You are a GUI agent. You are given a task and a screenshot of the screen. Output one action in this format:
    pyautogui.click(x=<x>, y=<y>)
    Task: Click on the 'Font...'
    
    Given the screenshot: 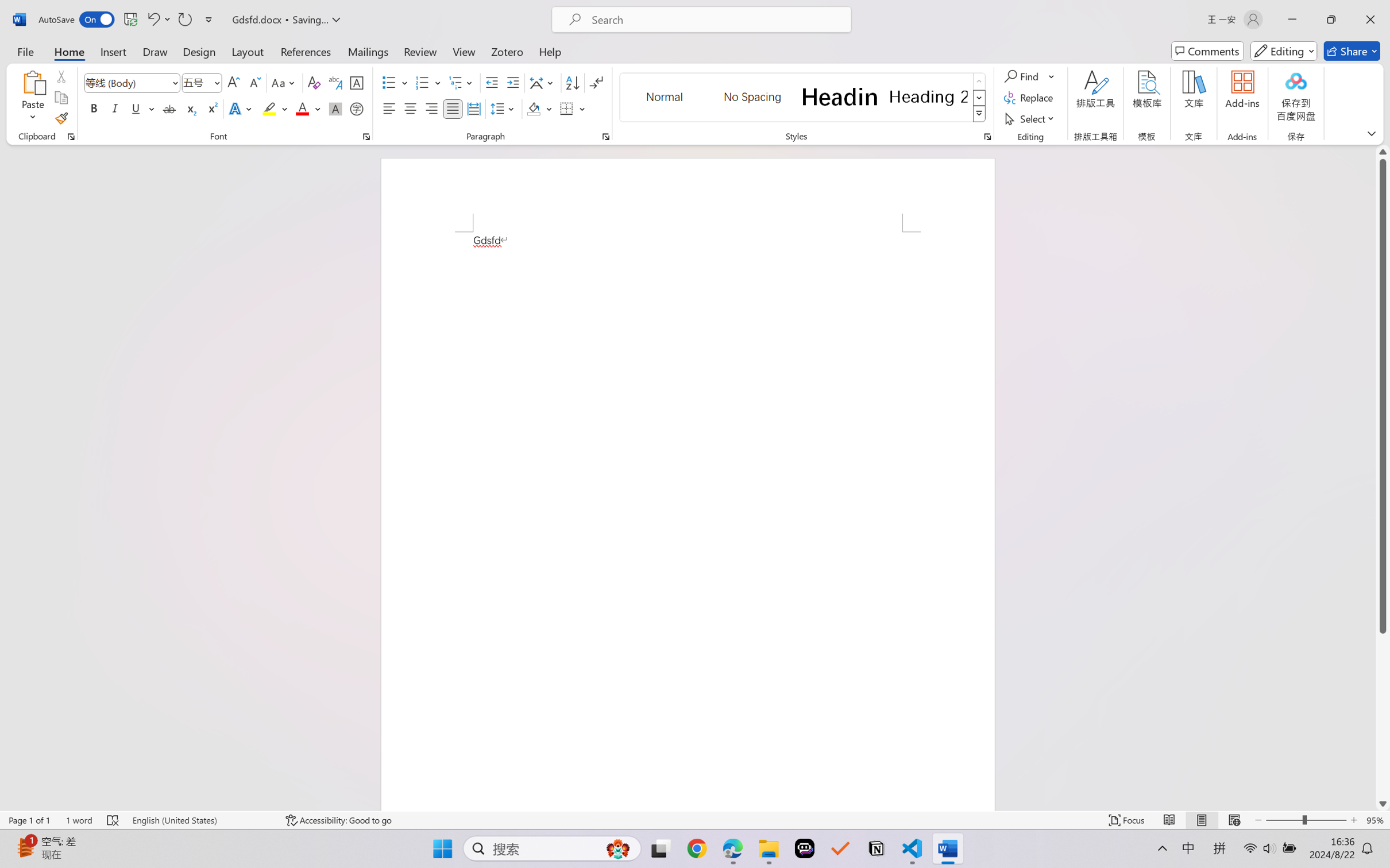 What is the action you would take?
    pyautogui.click(x=366, y=136)
    